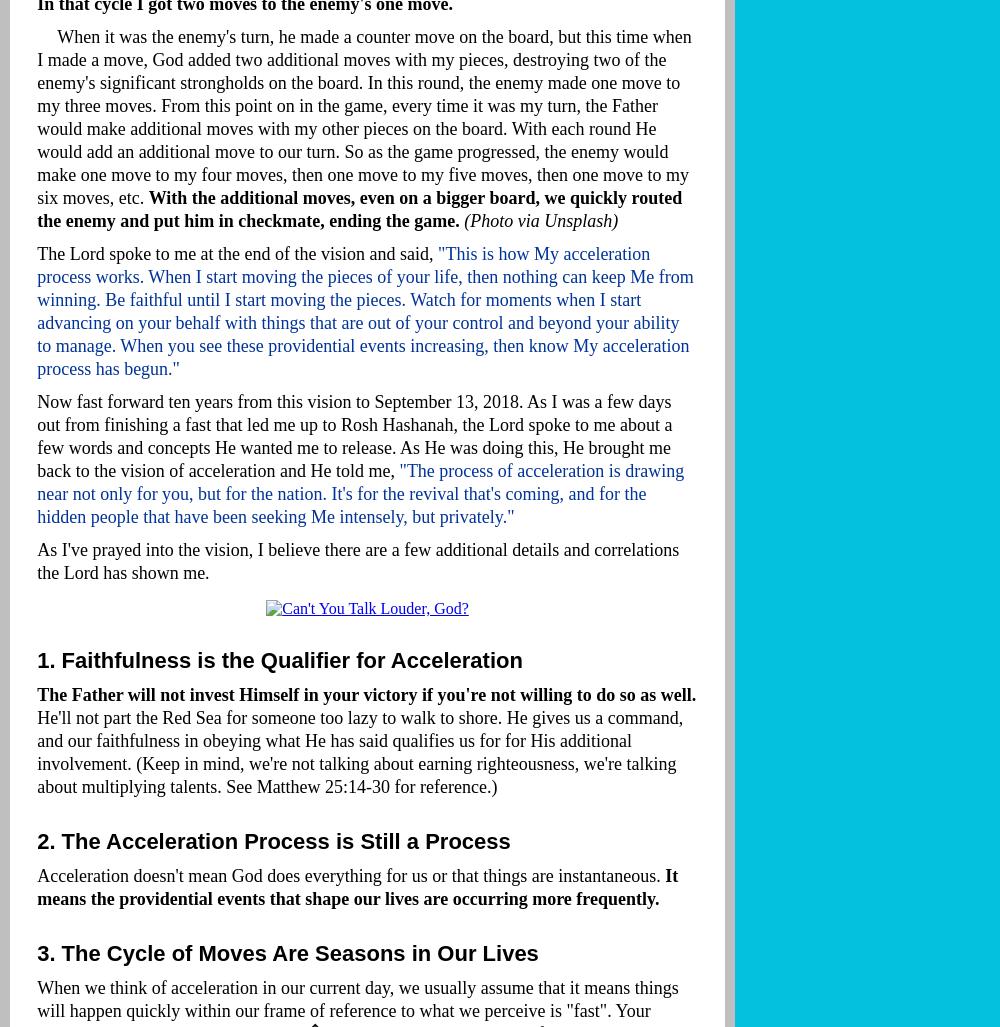 The height and width of the screenshot is (1027, 1000). Describe the element at coordinates (279, 659) in the screenshot. I see `'1. Faithfulness is the Qualifier for Acceleration'` at that location.